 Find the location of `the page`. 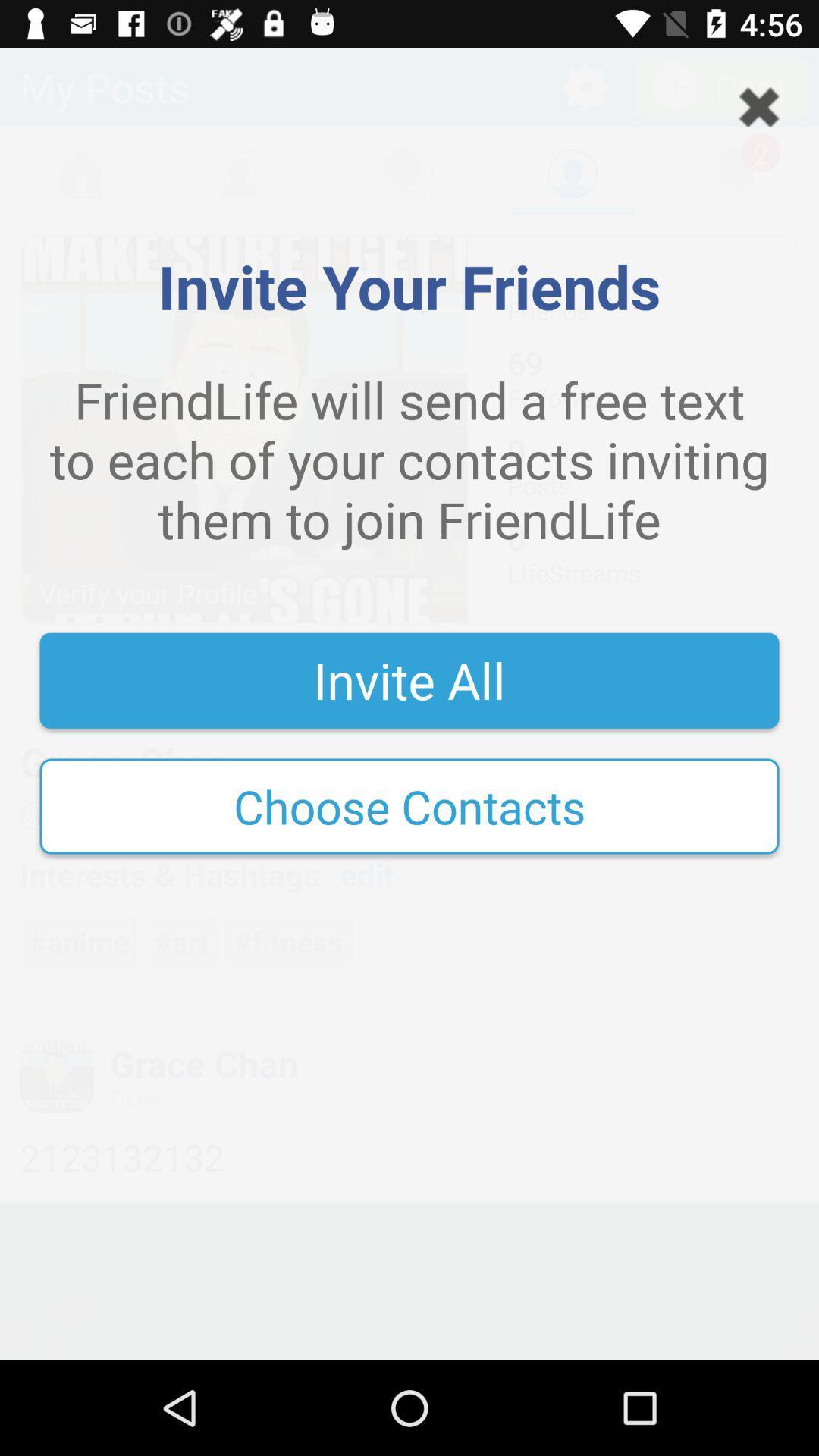

the page is located at coordinates (759, 106).